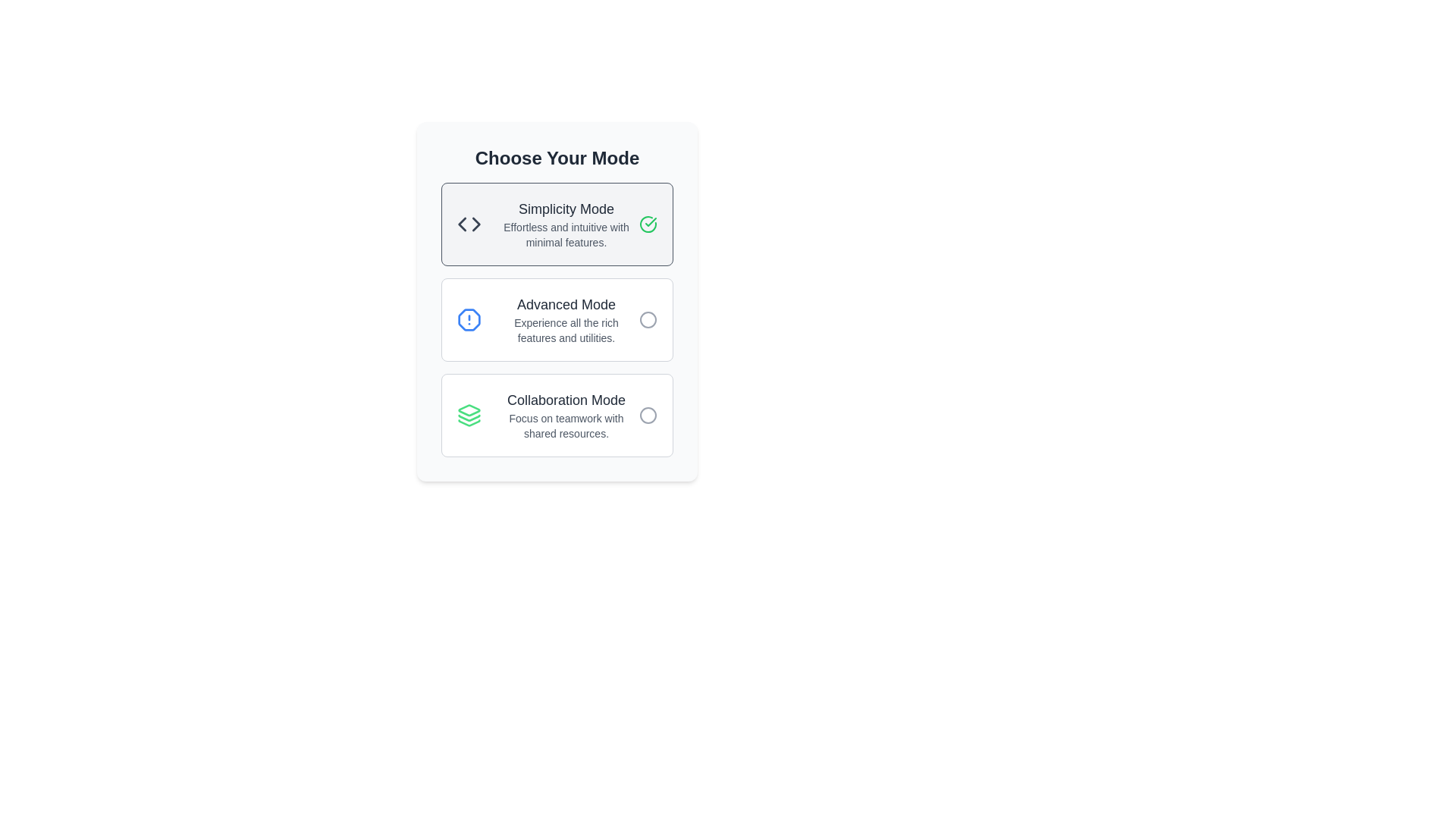 The image size is (1456, 819). What do you see at coordinates (469, 224) in the screenshot?
I see `the 'Simplicity Mode' icon, which is positioned to the left of the text 'Simplicity Mode' in the modes list` at bounding box center [469, 224].